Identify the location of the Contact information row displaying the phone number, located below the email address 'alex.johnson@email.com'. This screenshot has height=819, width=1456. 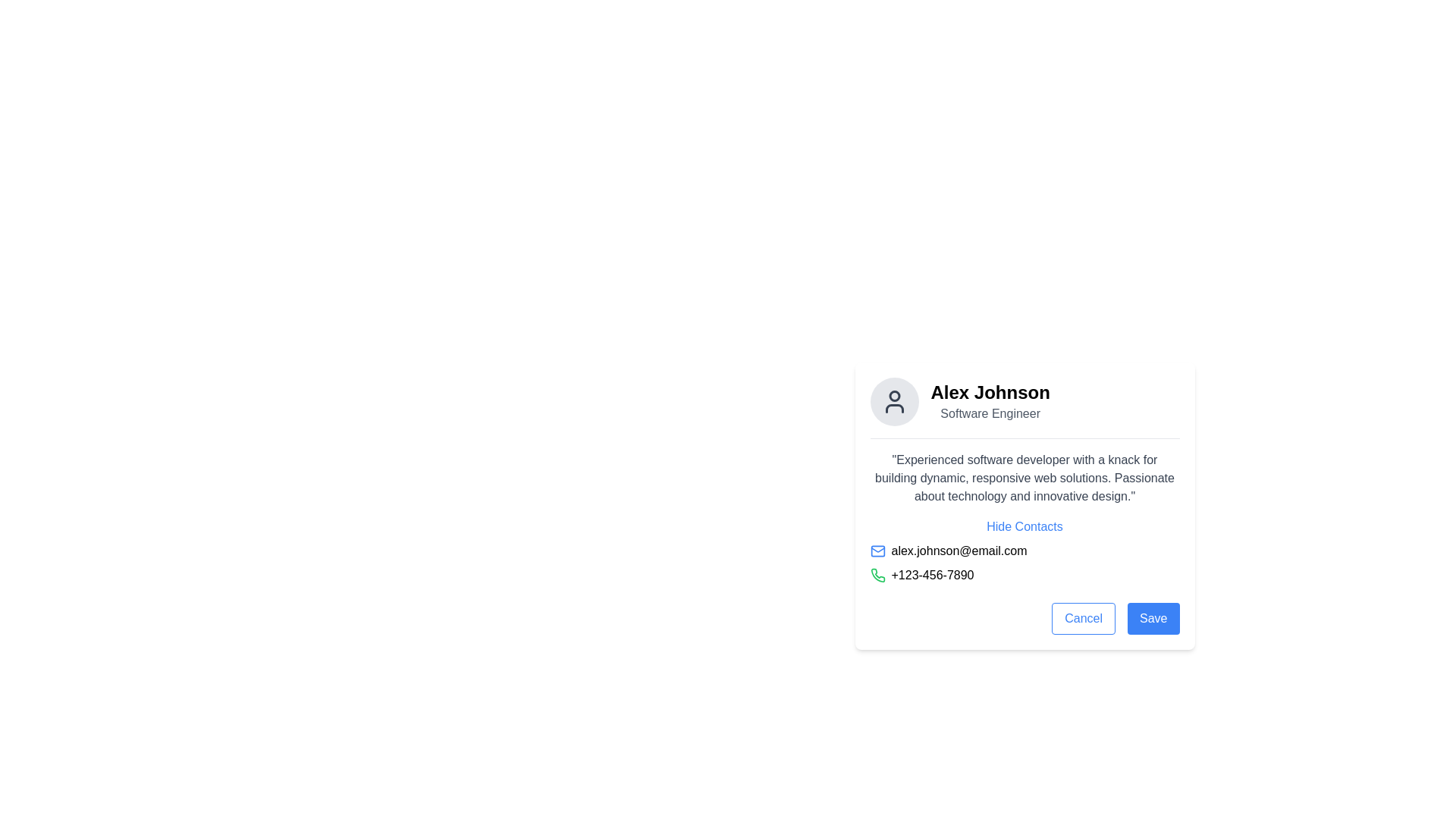
(1025, 576).